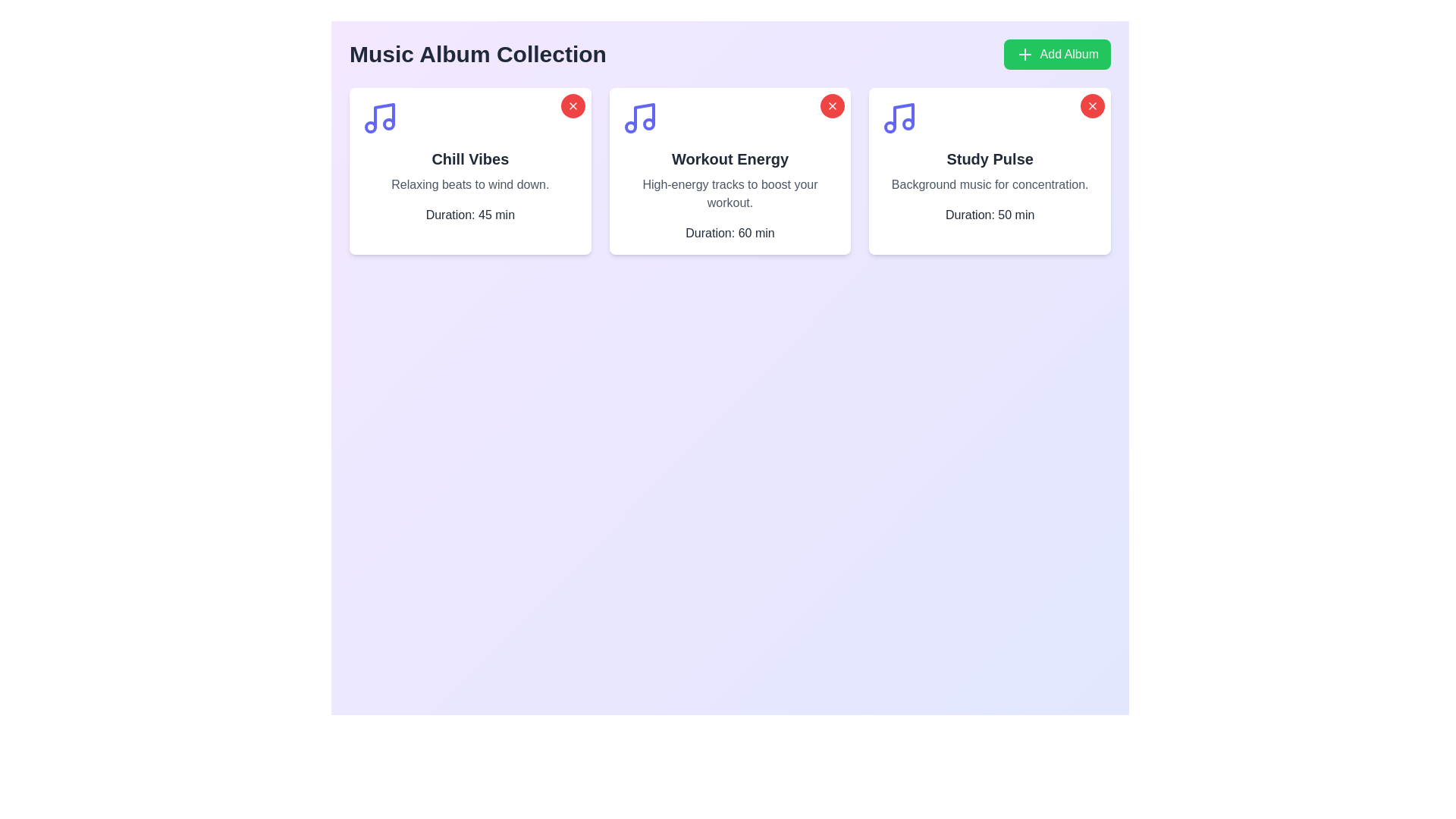 The width and height of the screenshot is (1456, 819). What do you see at coordinates (630, 127) in the screenshot?
I see `the left-most circle of the musical note icon in the 'Workout Energy' card, which serves as a graphical decoration` at bounding box center [630, 127].